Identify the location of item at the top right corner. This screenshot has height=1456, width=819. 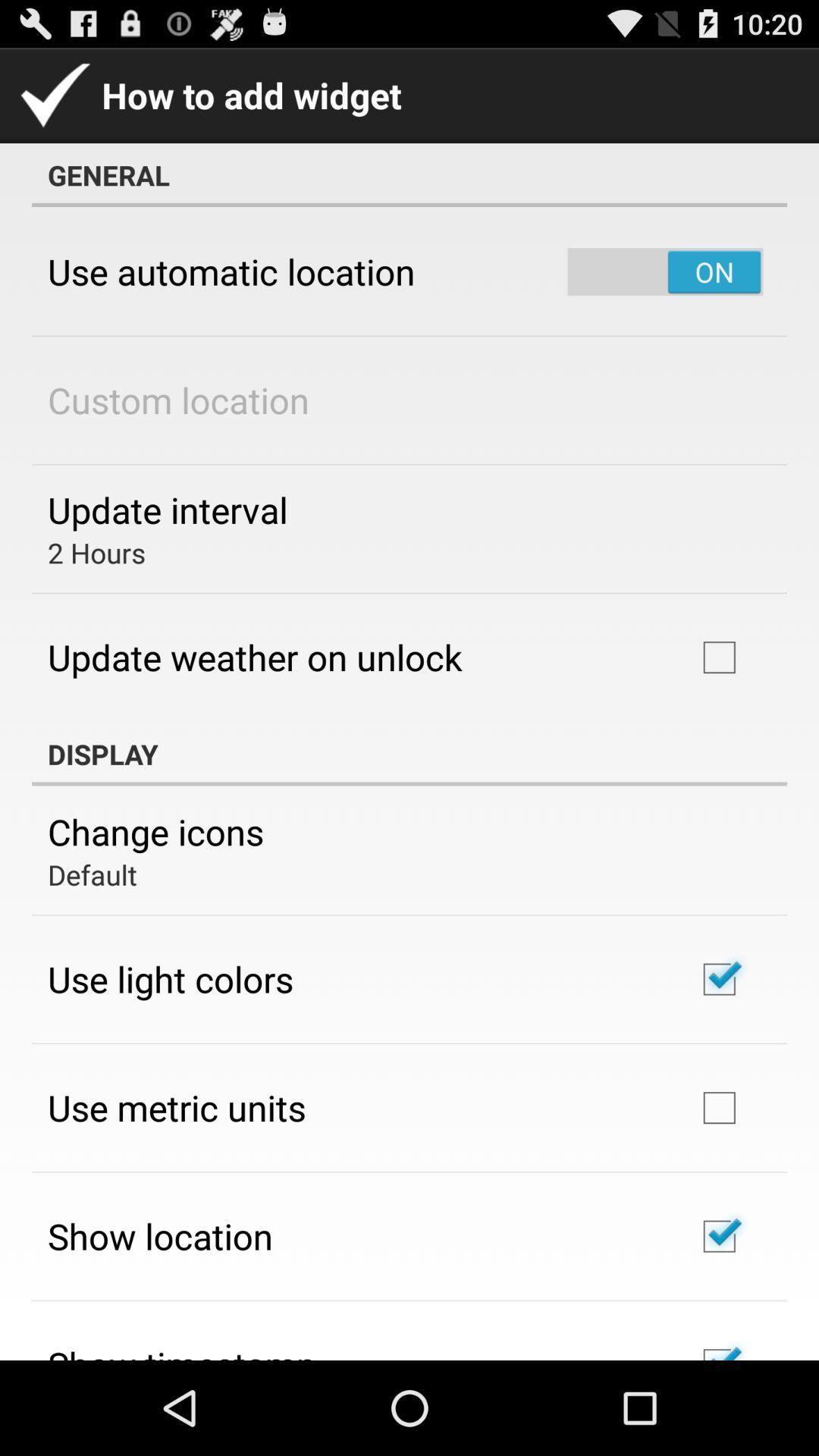
(664, 271).